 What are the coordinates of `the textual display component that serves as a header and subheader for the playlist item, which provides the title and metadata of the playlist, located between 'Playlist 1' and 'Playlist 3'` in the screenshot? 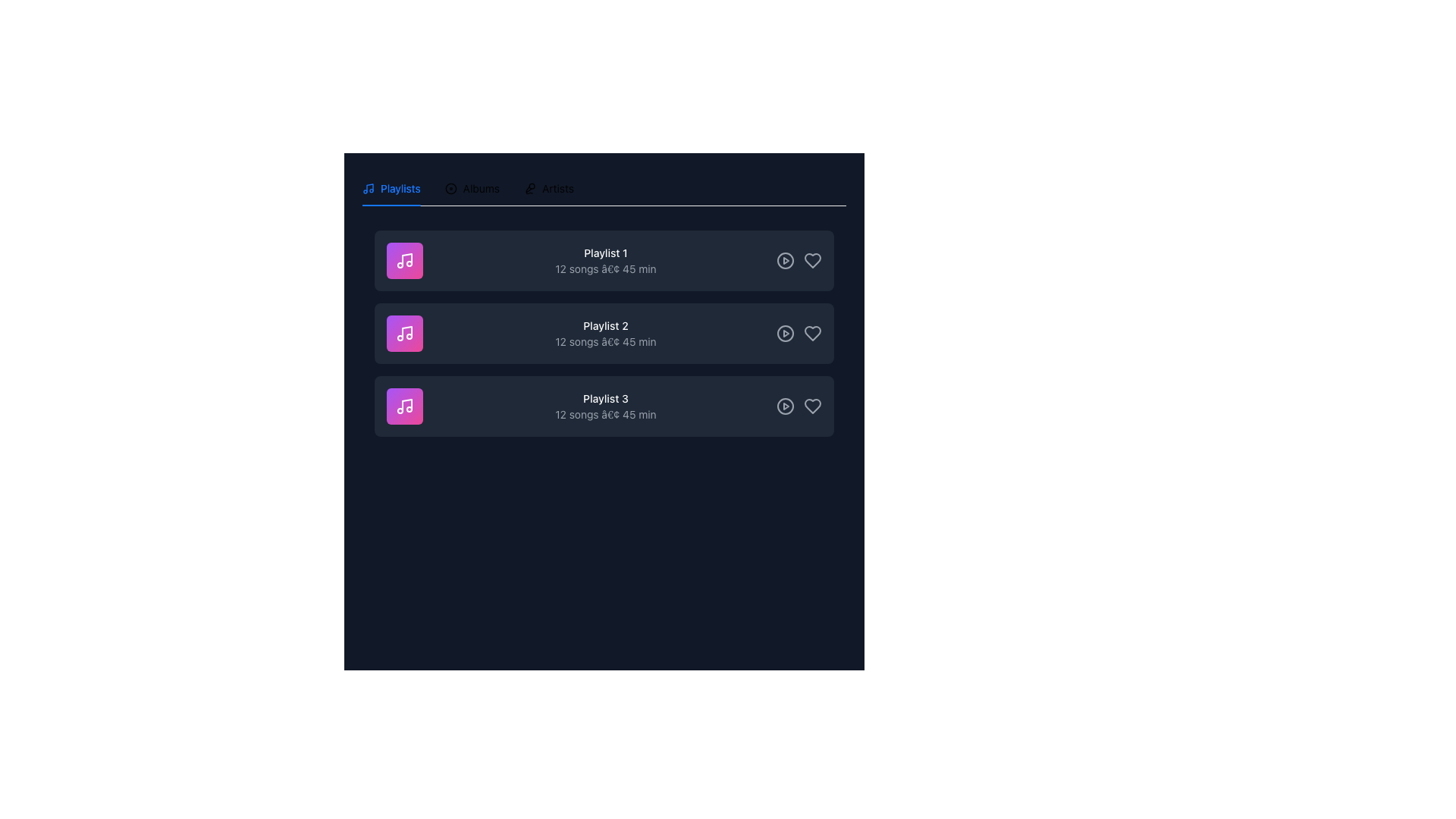 It's located at (604, 332).